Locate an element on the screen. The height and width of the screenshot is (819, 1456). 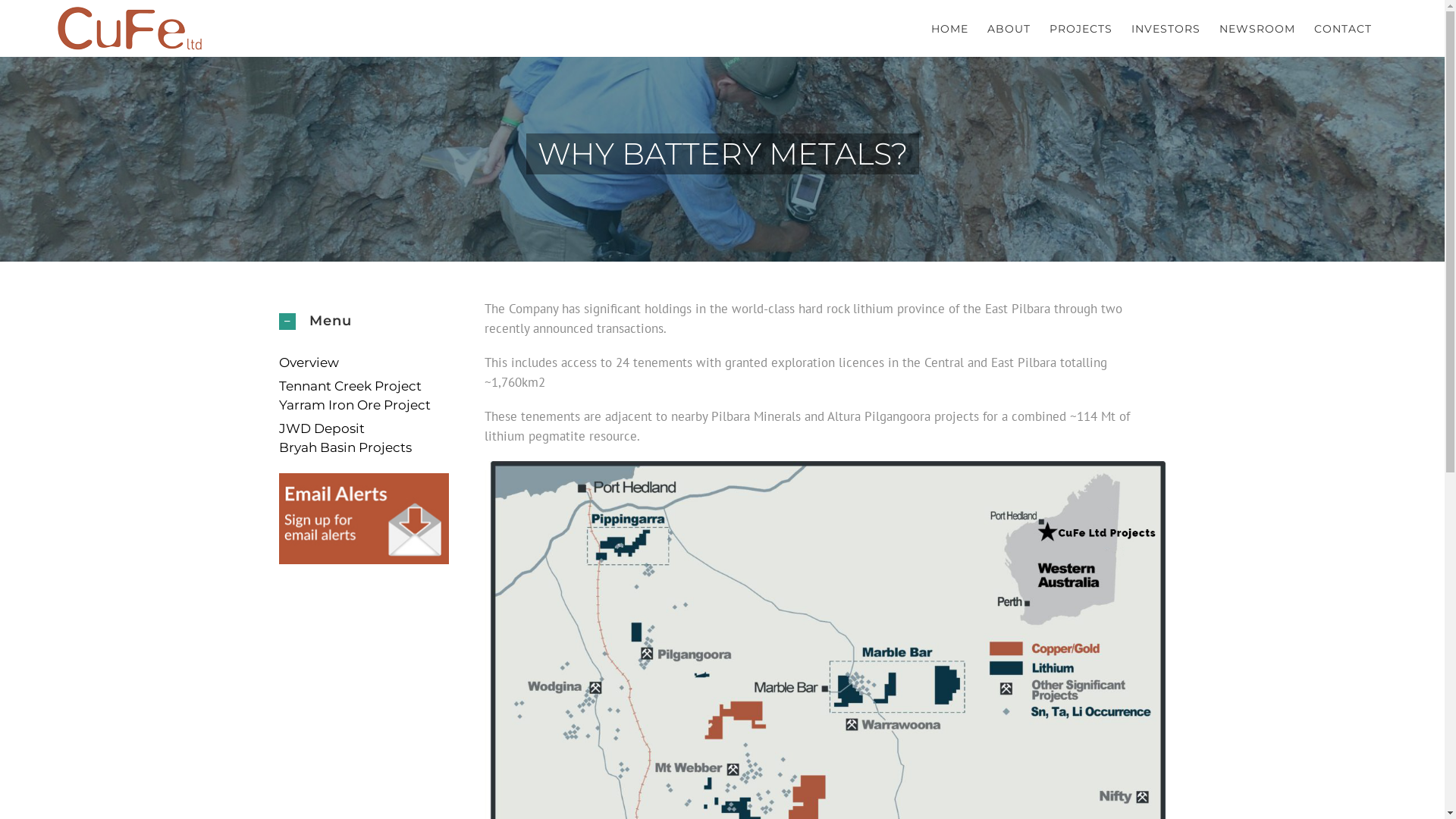
'ABOUT' is located at coordinates (1009, 28).